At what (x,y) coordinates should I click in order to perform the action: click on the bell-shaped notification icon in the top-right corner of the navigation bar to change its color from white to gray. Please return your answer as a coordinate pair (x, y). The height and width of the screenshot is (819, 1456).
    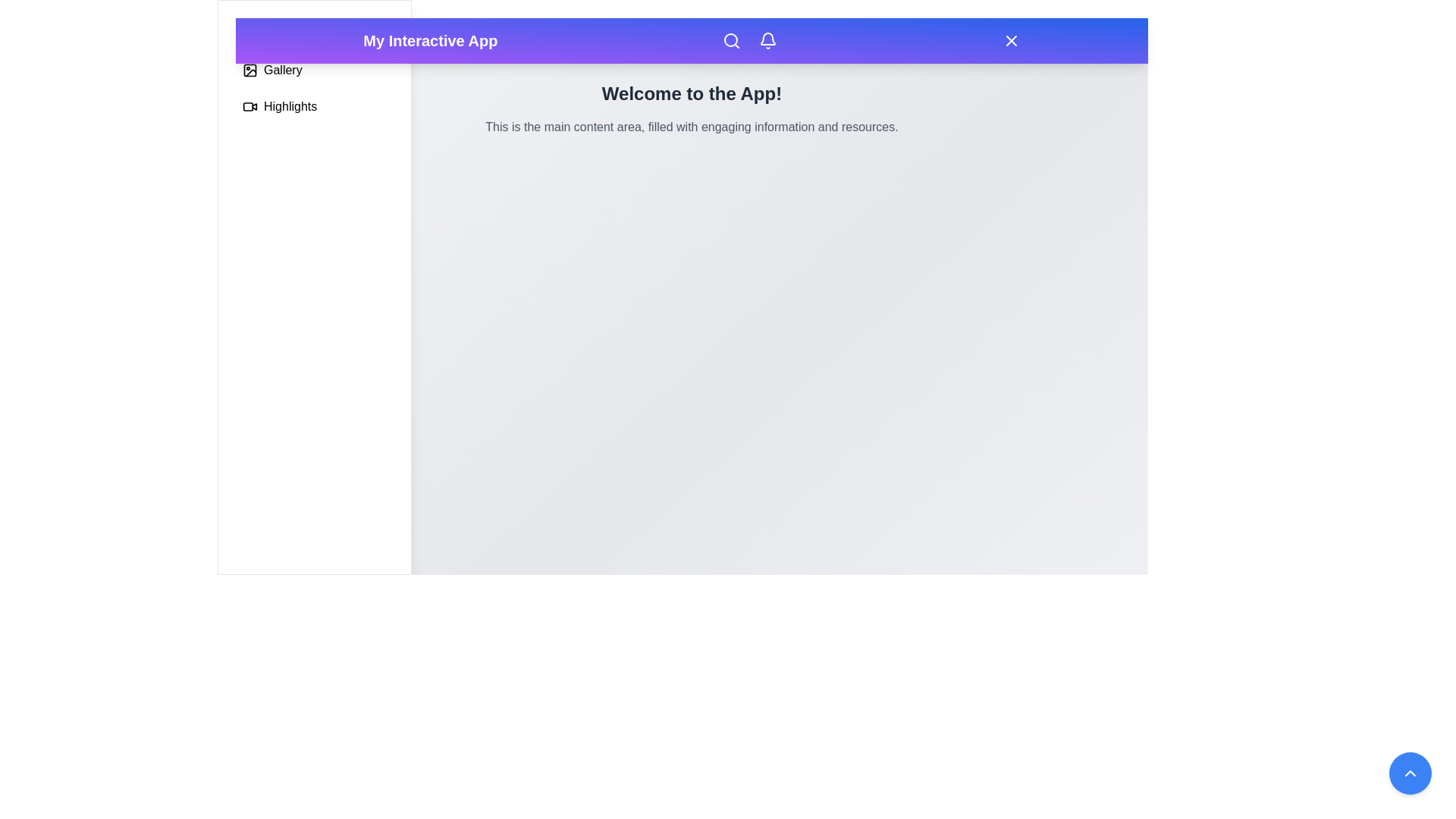
    Looking at the image, I should click on (767, 40).